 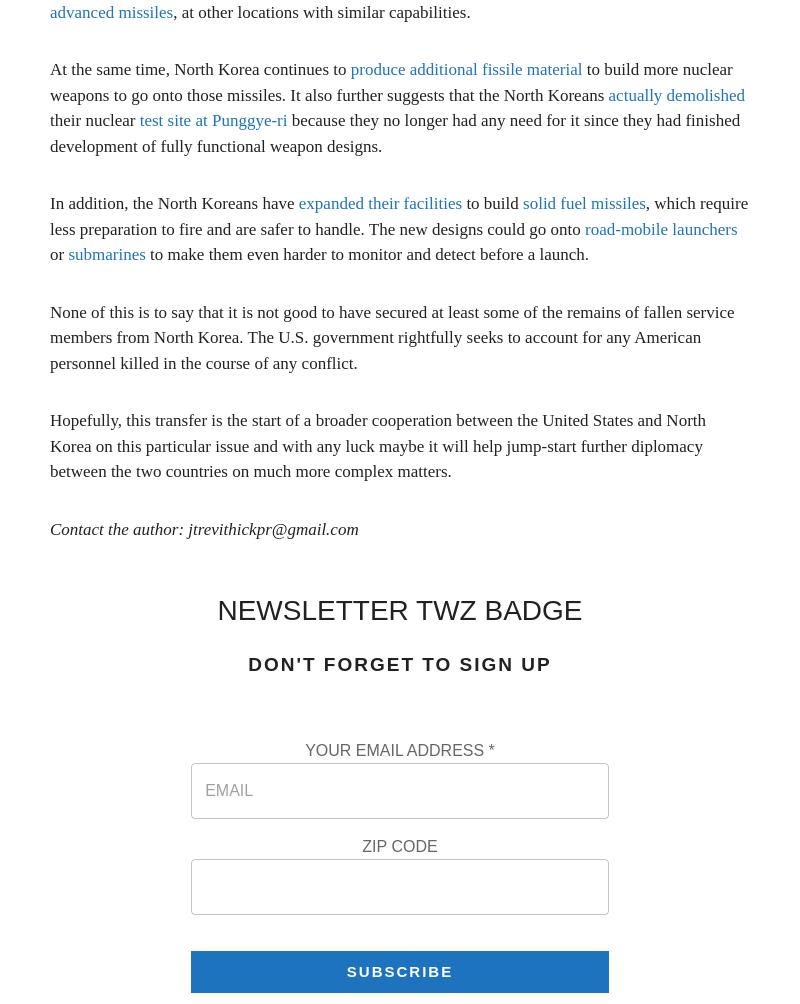 I want to click on '*', so click(x=491, y=755).